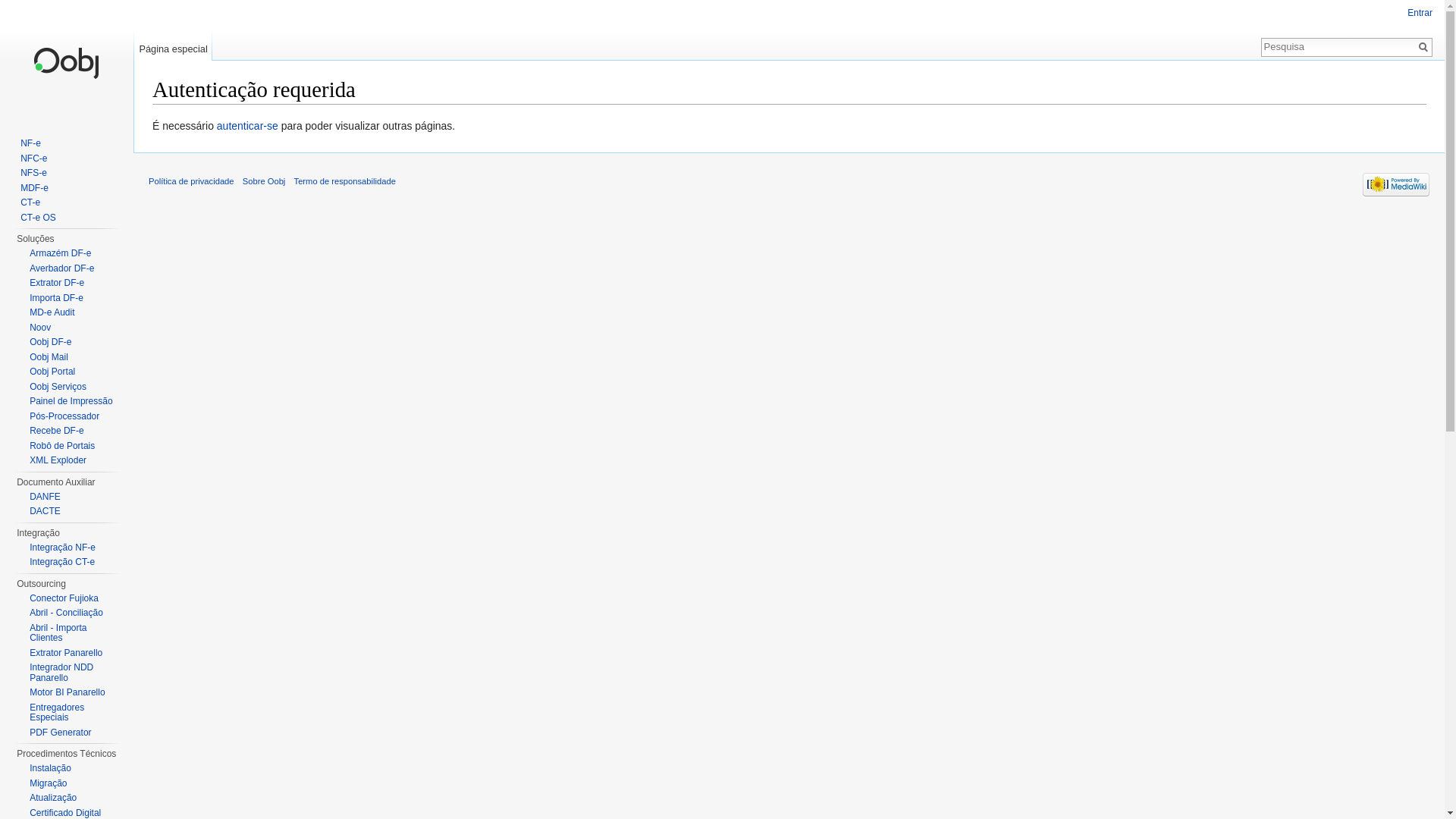  Describe the element at coordinates (45, 497) in the screenshot. I see `'DANFE'` at that location.